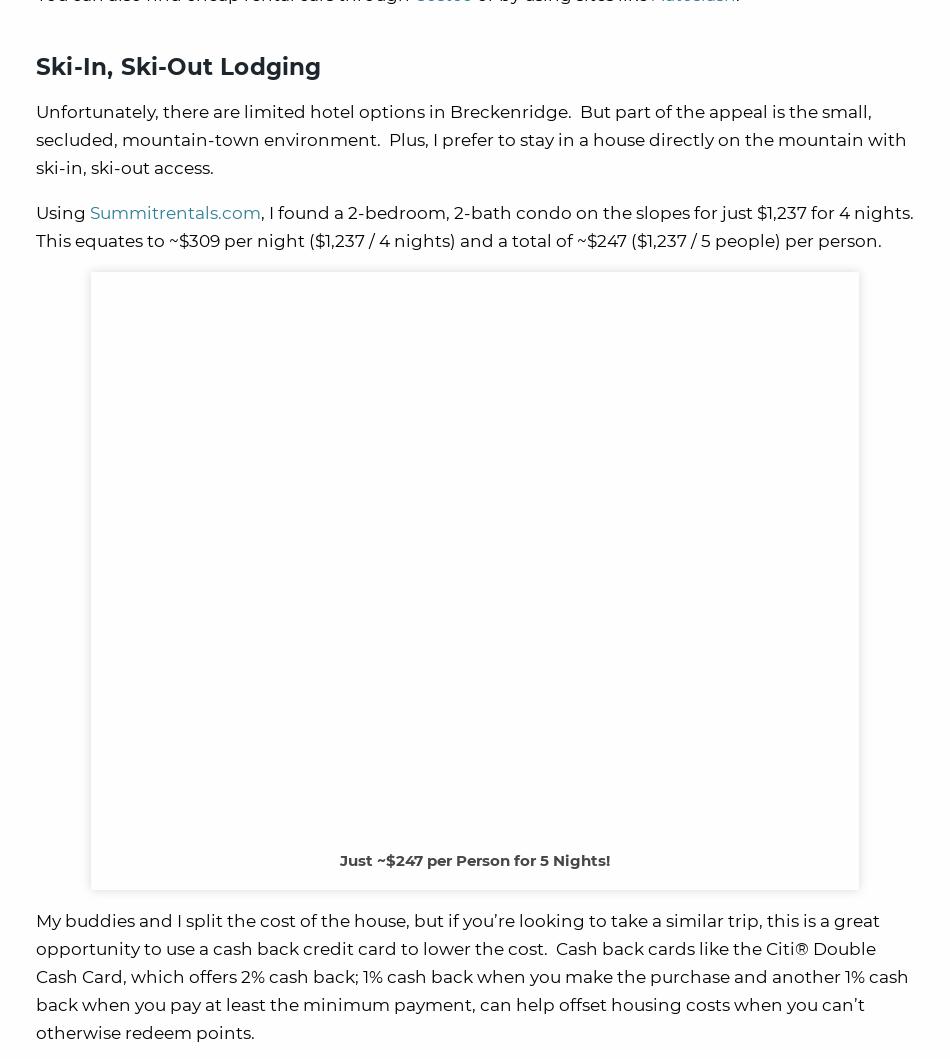 The height and width of the screenshot is (1059, 950). I want to click on 'when you pay at least the minimum payment, can help offset housing costs when you can’t otherwise redeem points.', so click(449, 1017).